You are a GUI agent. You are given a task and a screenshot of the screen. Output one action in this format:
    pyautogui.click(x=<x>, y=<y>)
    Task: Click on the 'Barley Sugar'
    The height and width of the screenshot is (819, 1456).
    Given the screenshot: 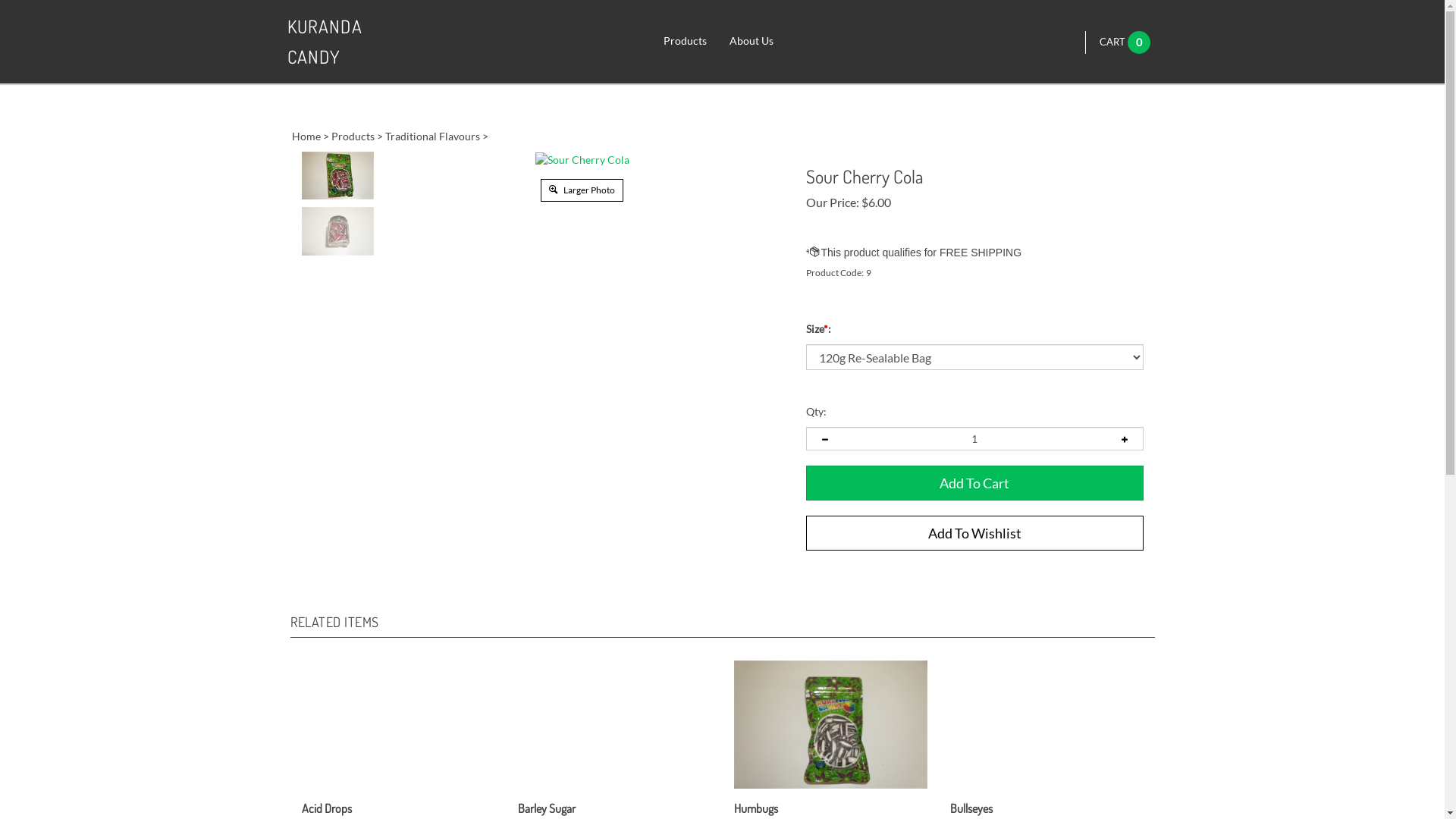 What is the action you would take?
    pyautogui.click(x=546, y=808)
    